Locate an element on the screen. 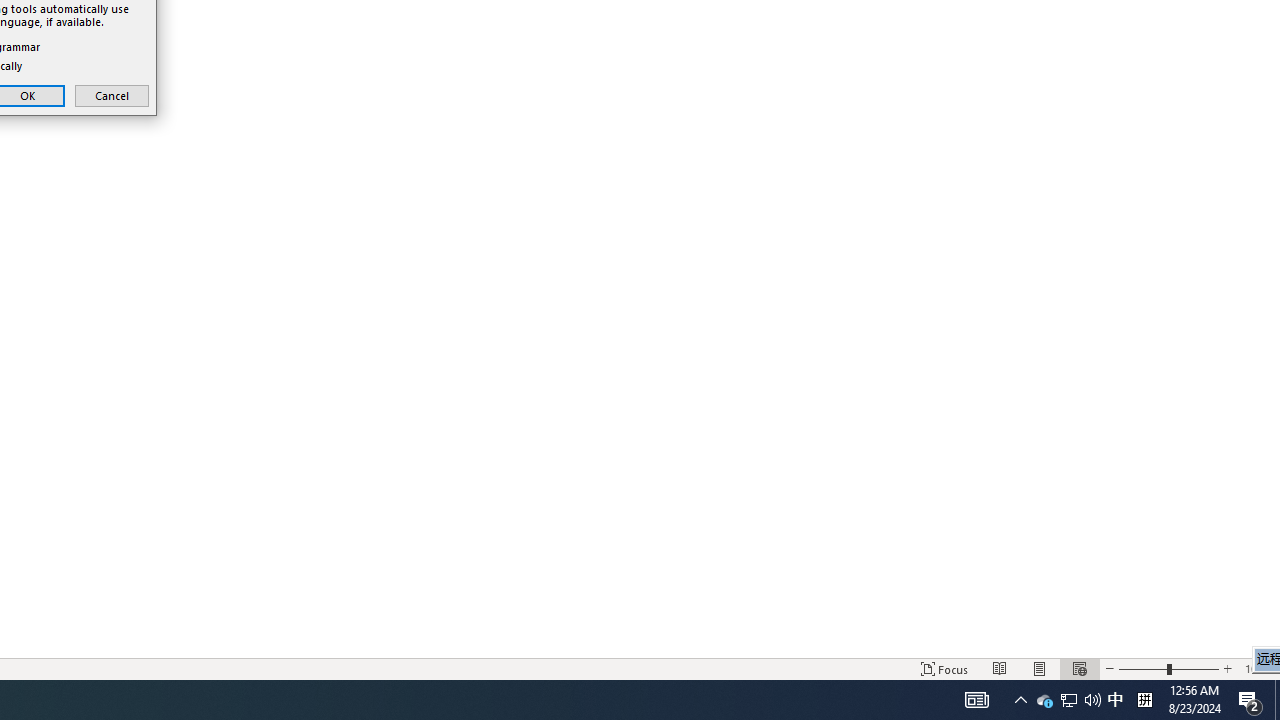 The width and height of the screenshot is (1280, 720). 'Q2790: 100%' is located at coordinates (1067, 698).